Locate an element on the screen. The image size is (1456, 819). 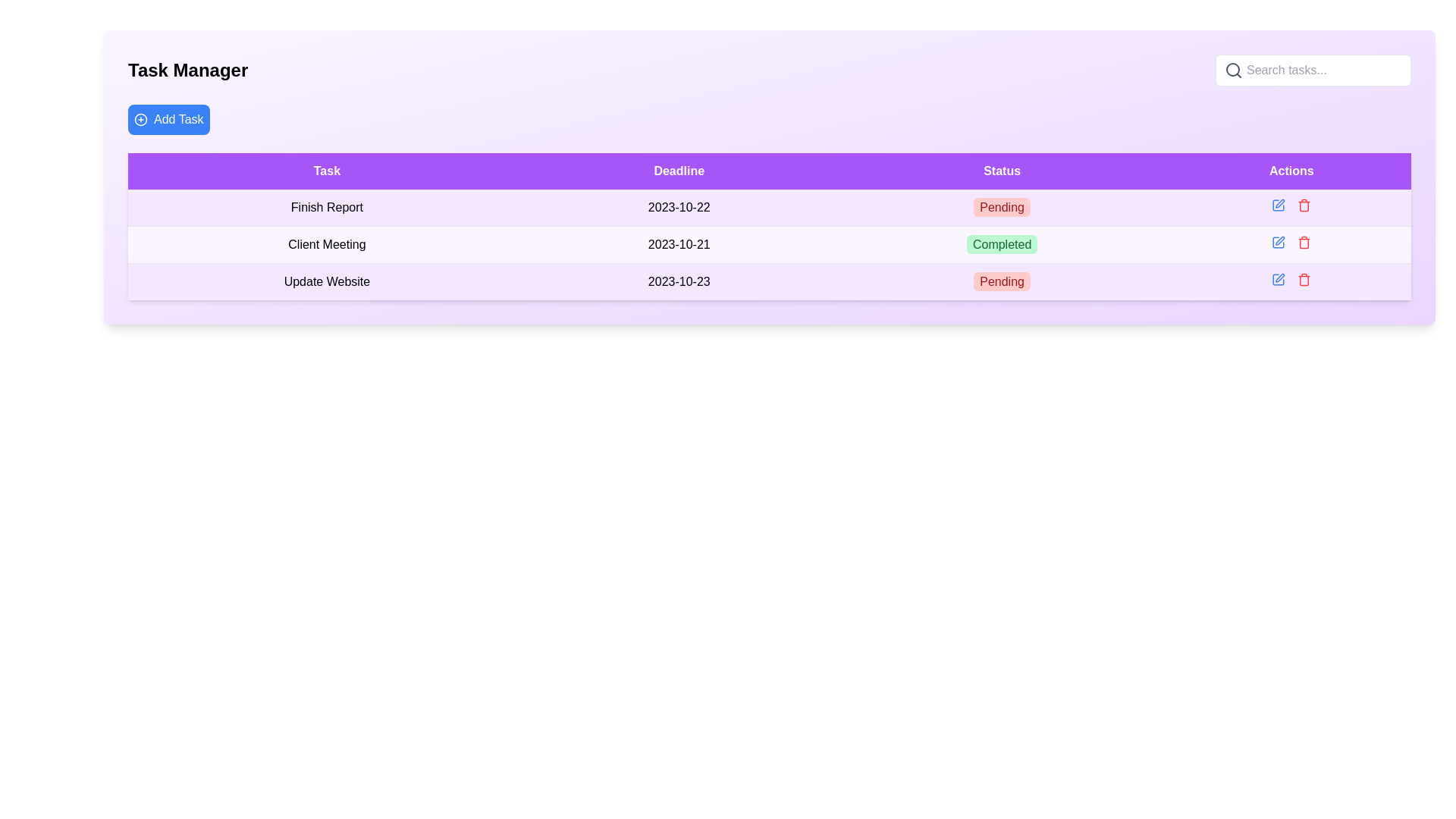
the search icon located at the top-right side of the search bar component, which serves as a visual indicator and activator for search operations is located at coordinates (1234, 70).